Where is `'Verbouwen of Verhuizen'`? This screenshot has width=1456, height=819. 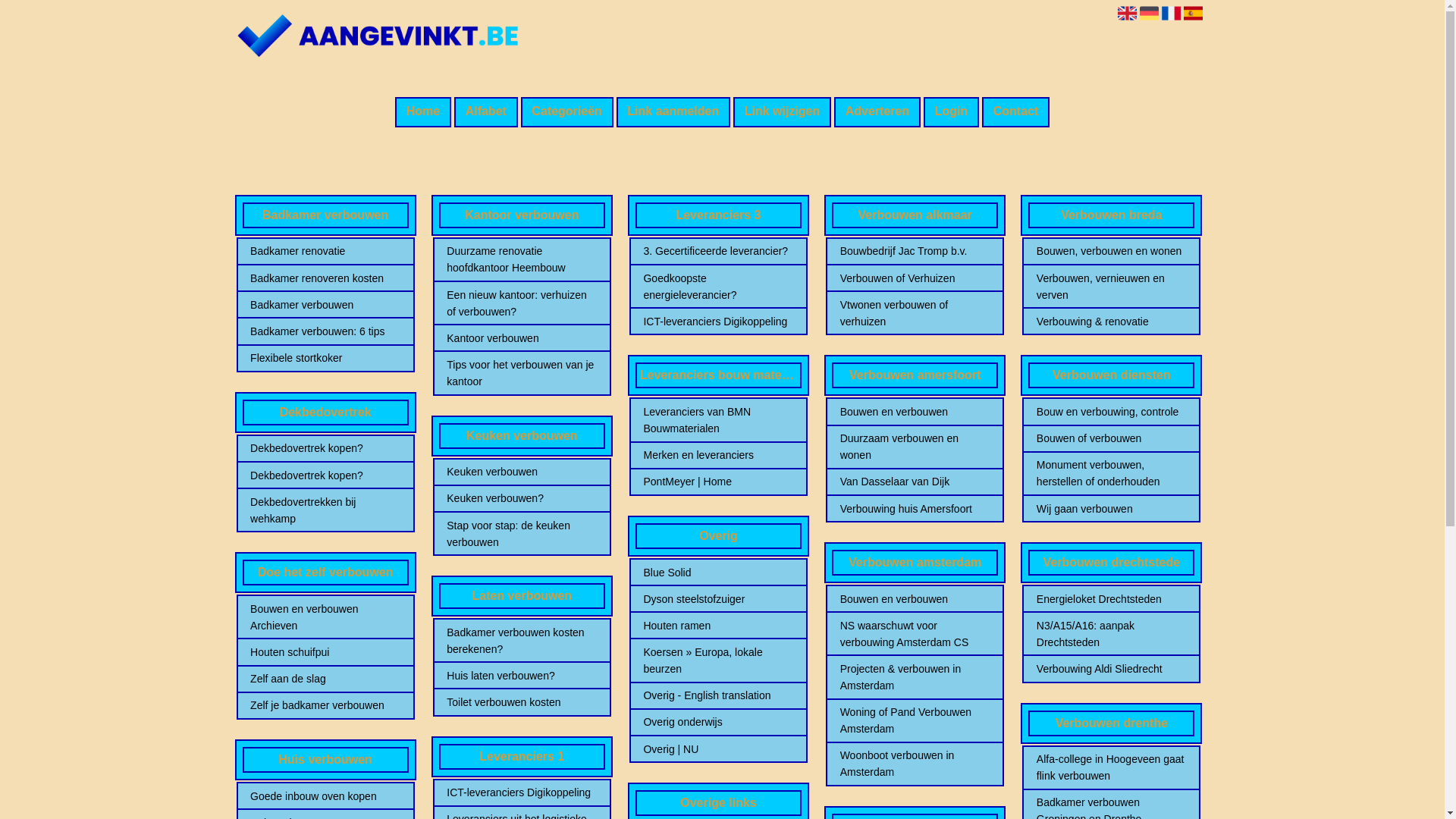 'Verbouwen of Verhuizen' is located at coordinates (914, 278).